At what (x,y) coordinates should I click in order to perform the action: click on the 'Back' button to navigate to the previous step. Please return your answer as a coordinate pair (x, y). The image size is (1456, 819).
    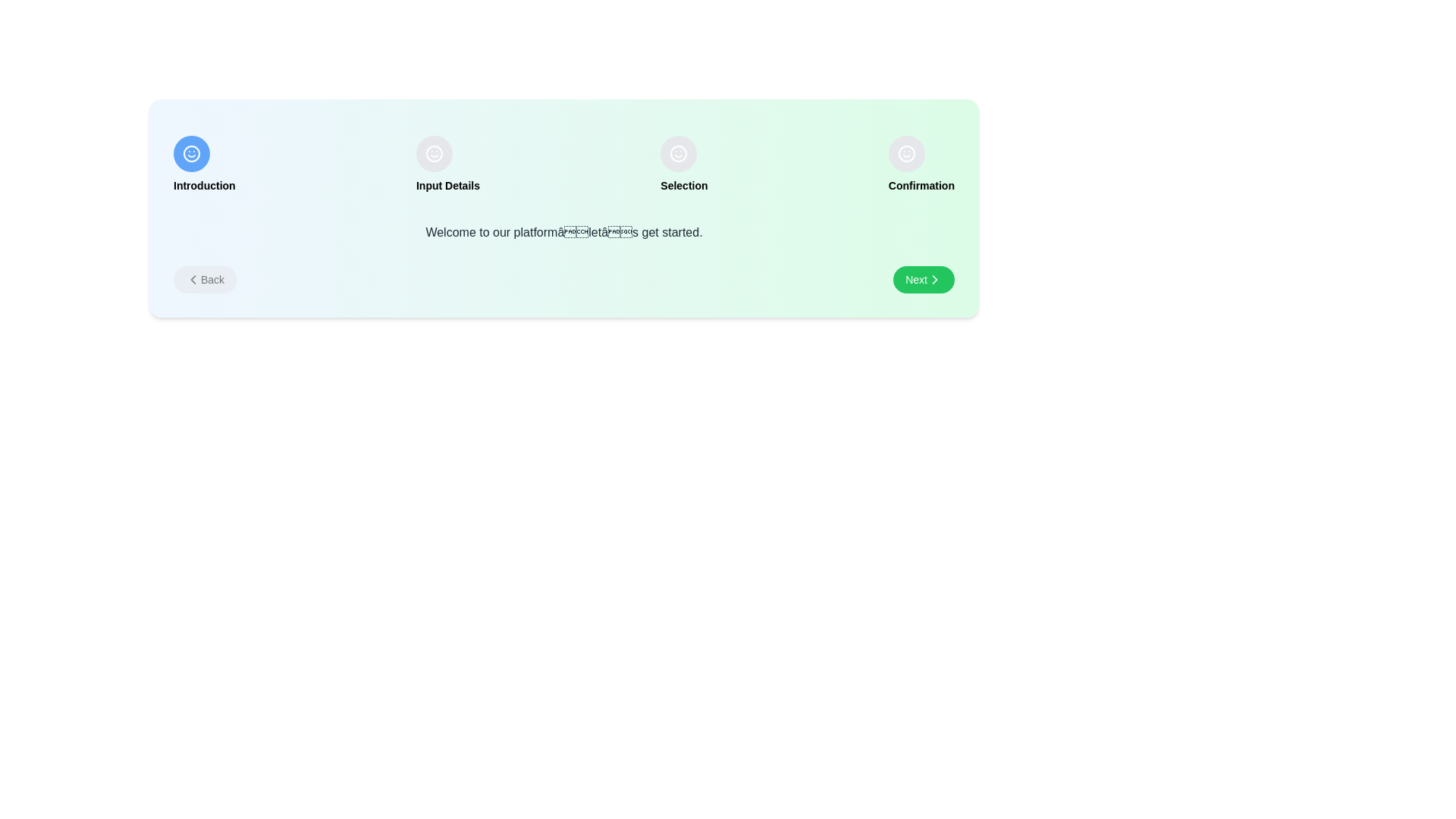
    Looking at the image, I should click on (204, 280).